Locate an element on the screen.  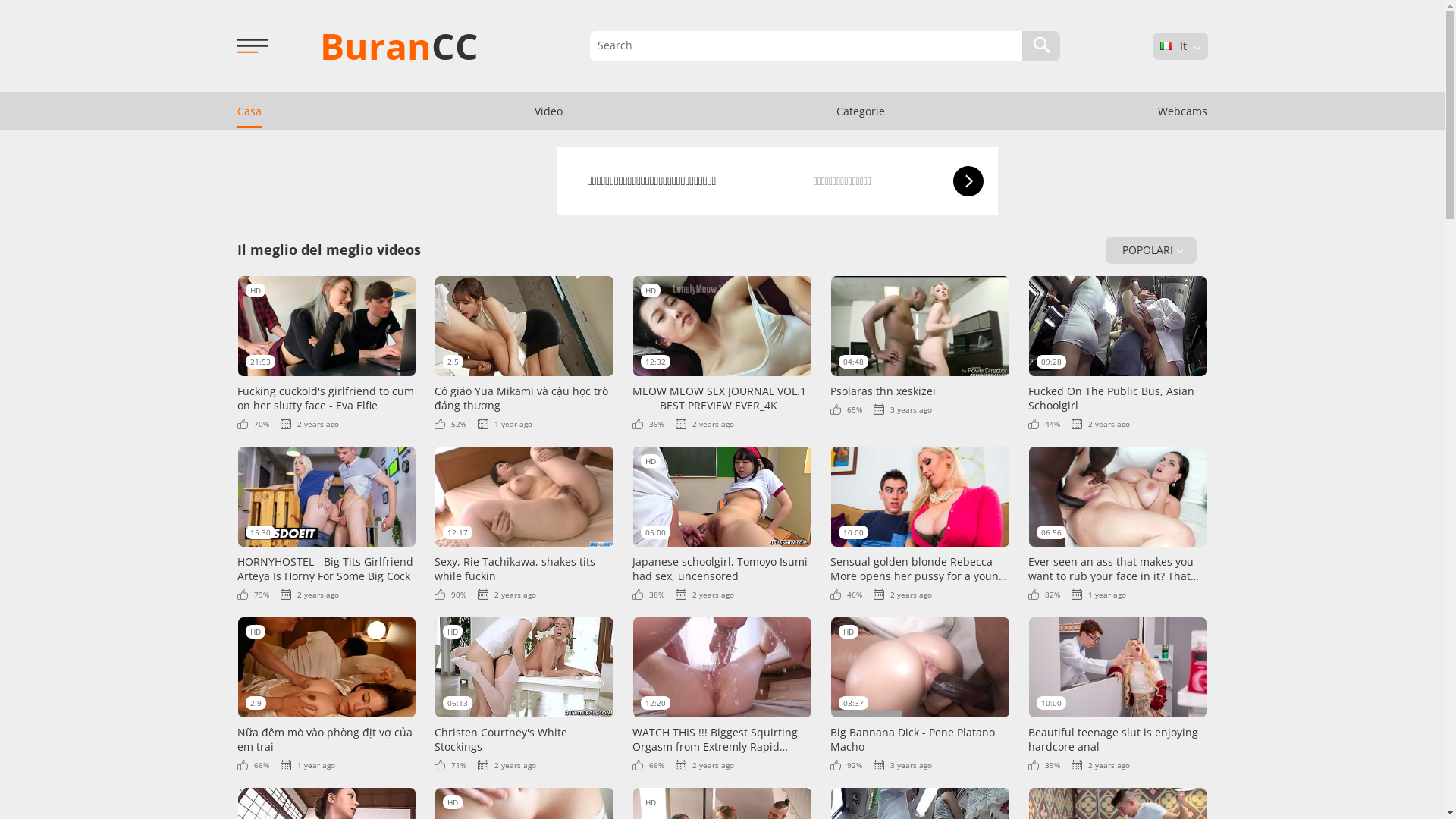
'Casa' is located at coordinates (218, 110).